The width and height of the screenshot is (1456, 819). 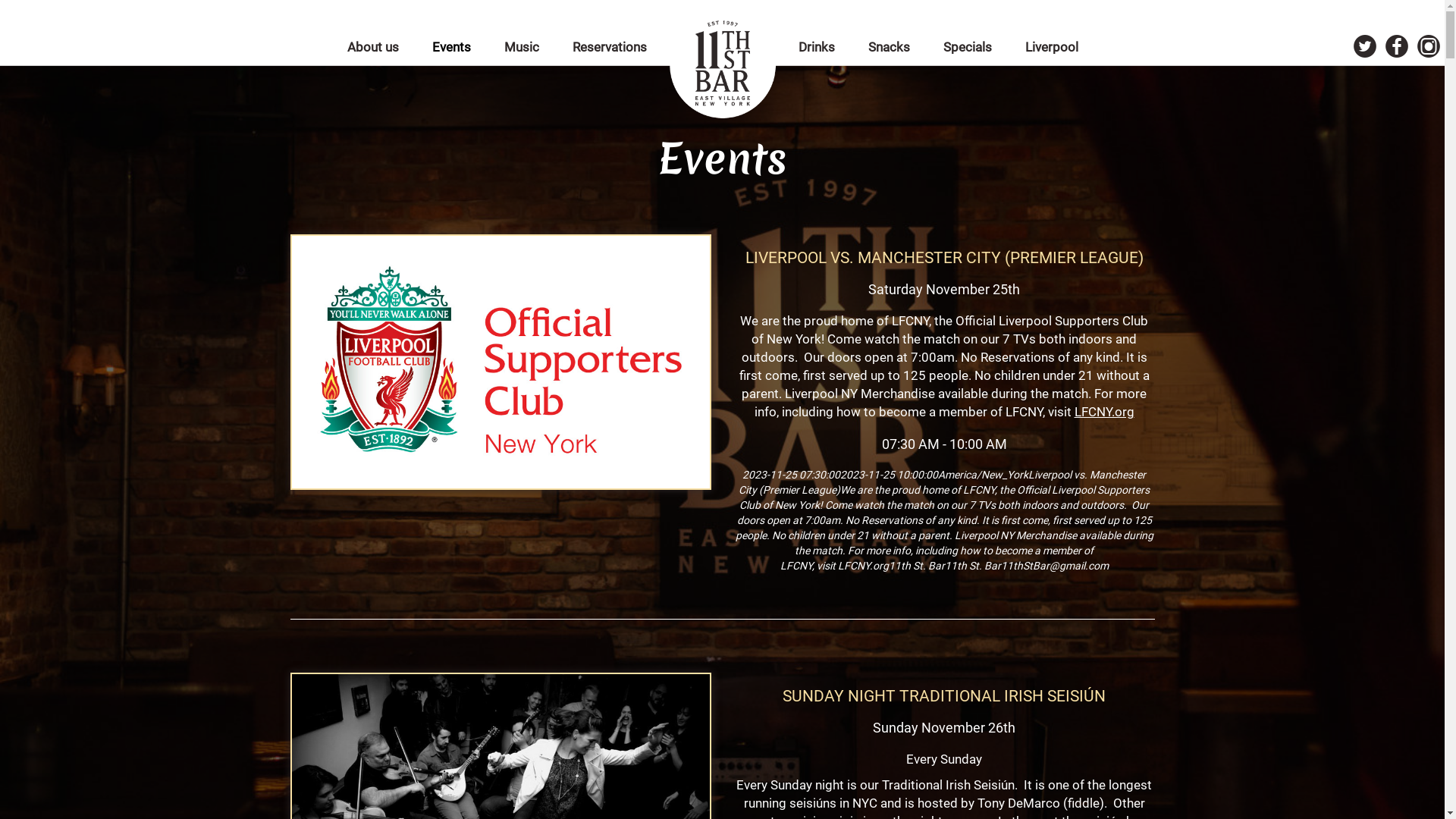 What do you see at coordinates (608, 45) in the screenshot?
I see `'Reservations'` at bounding box center [608, 45].